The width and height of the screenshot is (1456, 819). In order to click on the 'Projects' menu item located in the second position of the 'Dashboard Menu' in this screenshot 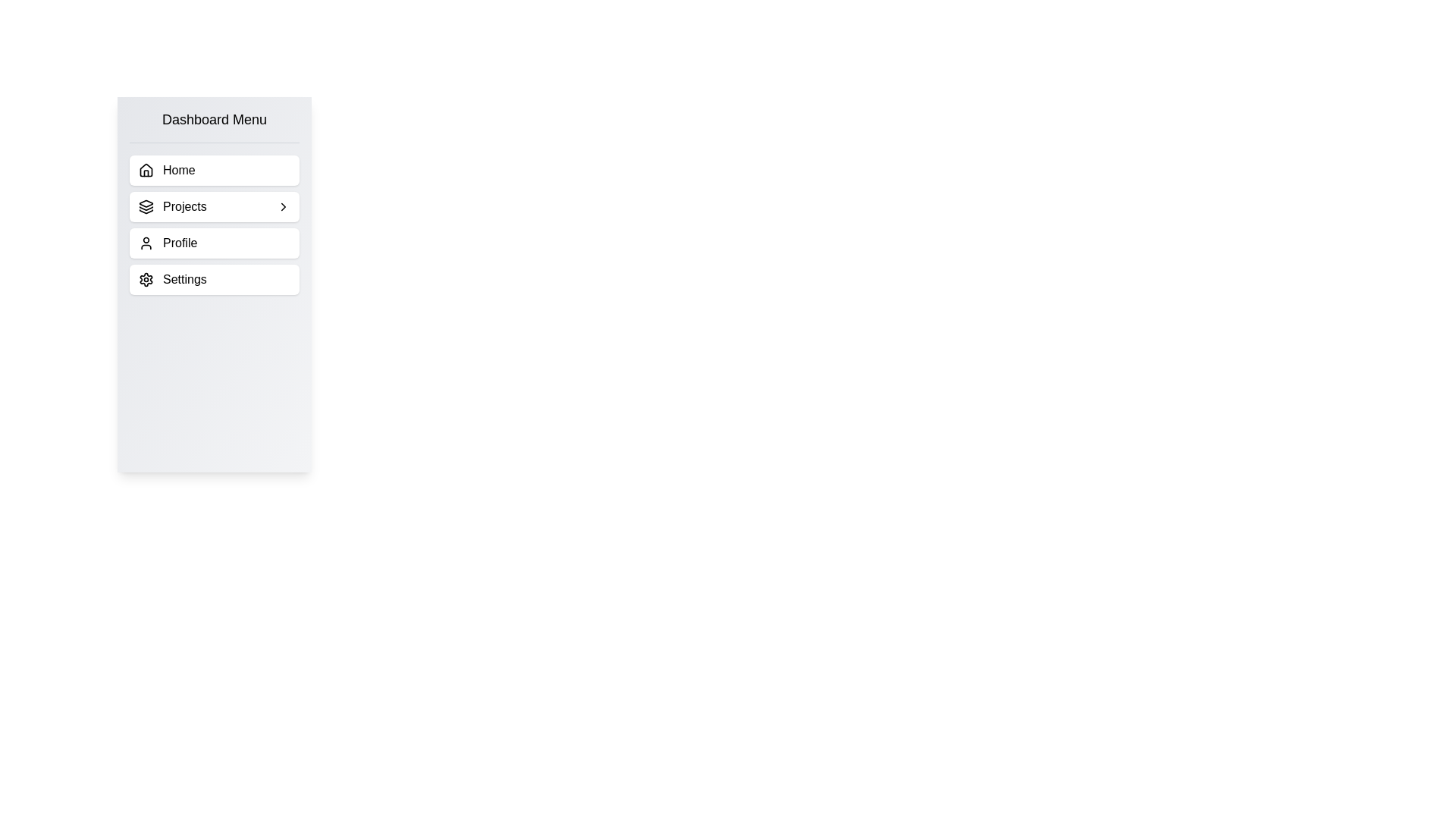, I will do `click(214, 207)`.